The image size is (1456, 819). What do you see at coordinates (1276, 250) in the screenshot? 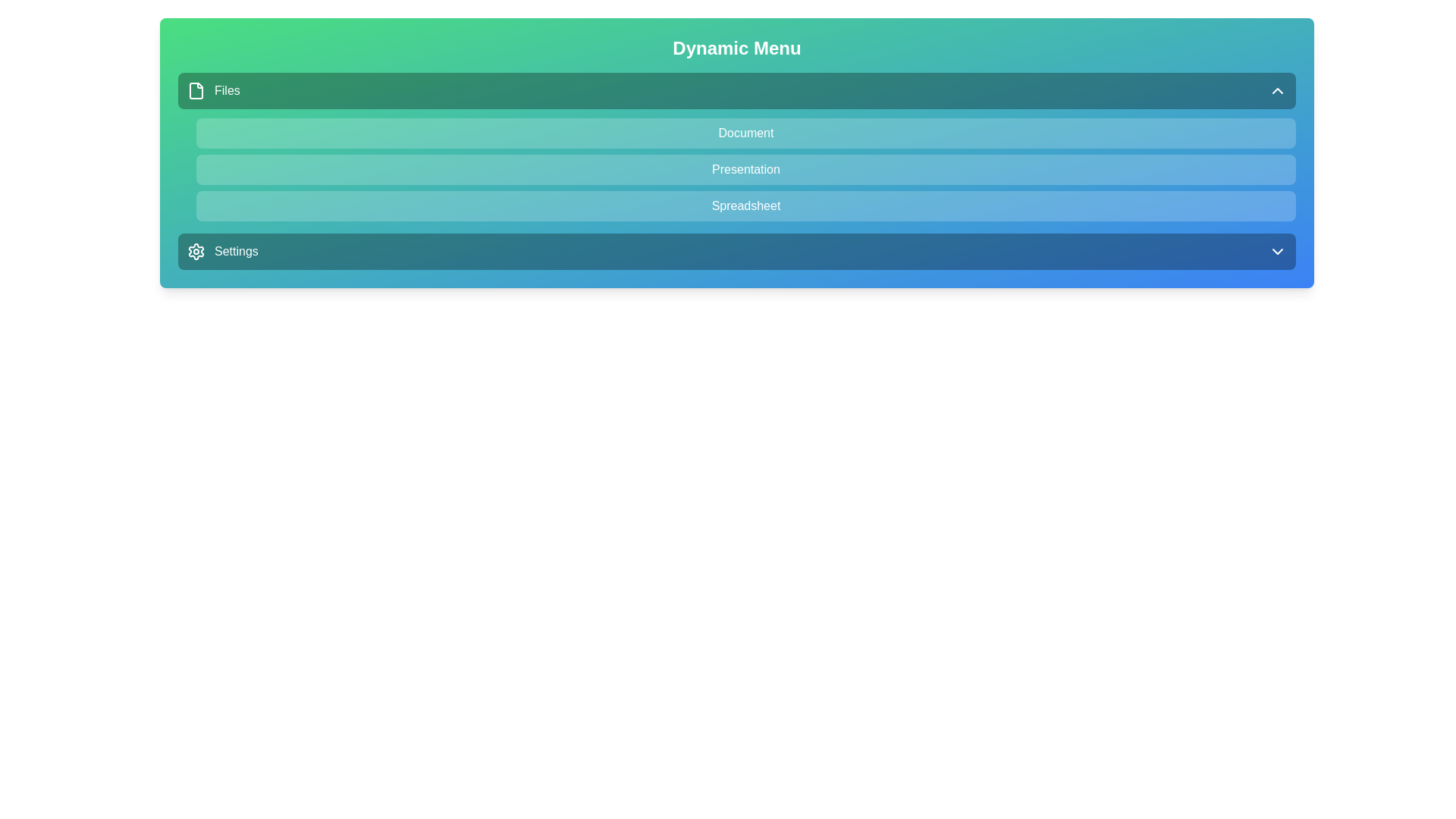
I see `the downward-pointing chevron icon in the 'Settings' section` at bounding box center [1276, 250].